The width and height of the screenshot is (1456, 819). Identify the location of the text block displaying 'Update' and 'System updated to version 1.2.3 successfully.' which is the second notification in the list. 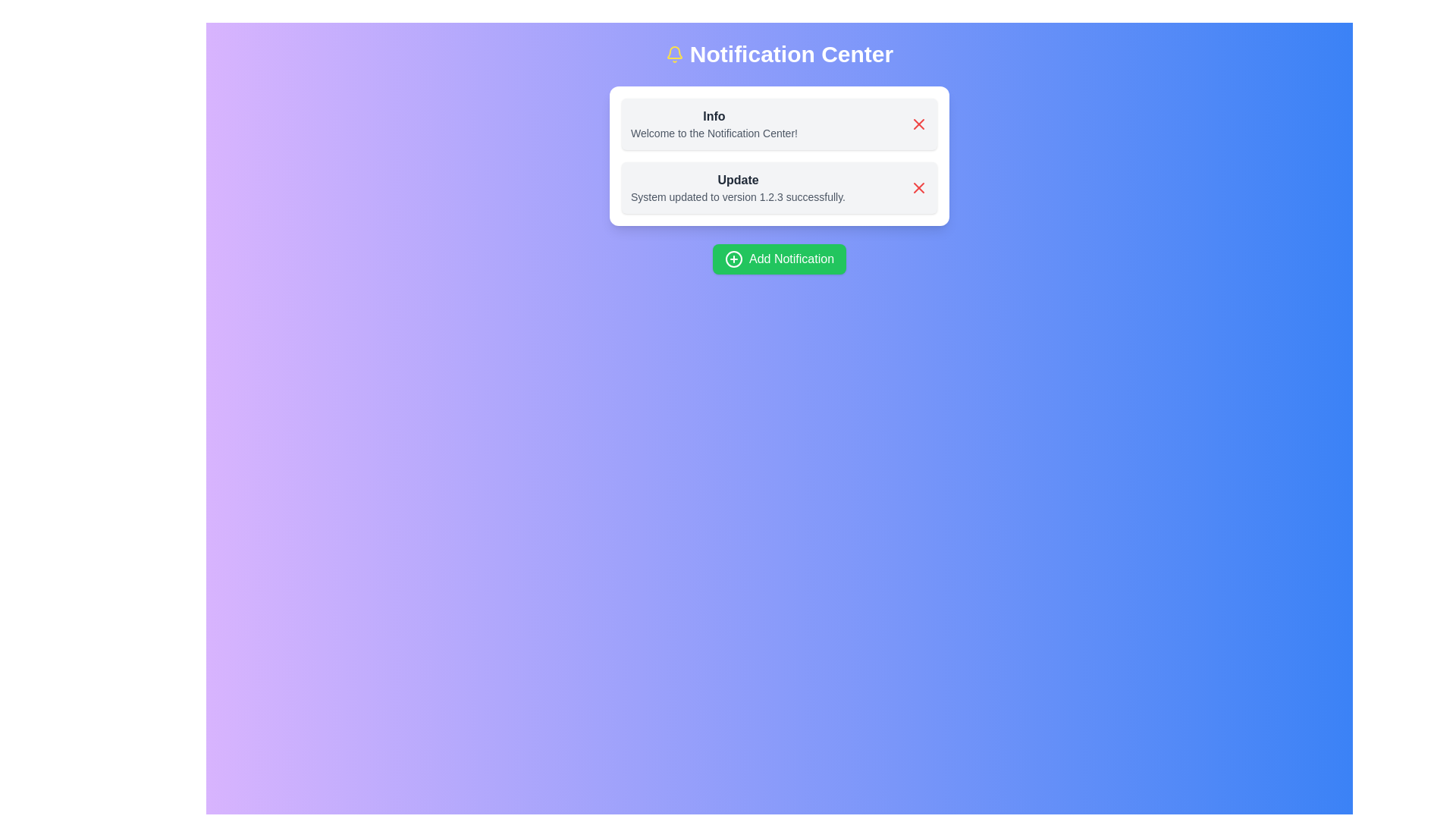
(738, 187).